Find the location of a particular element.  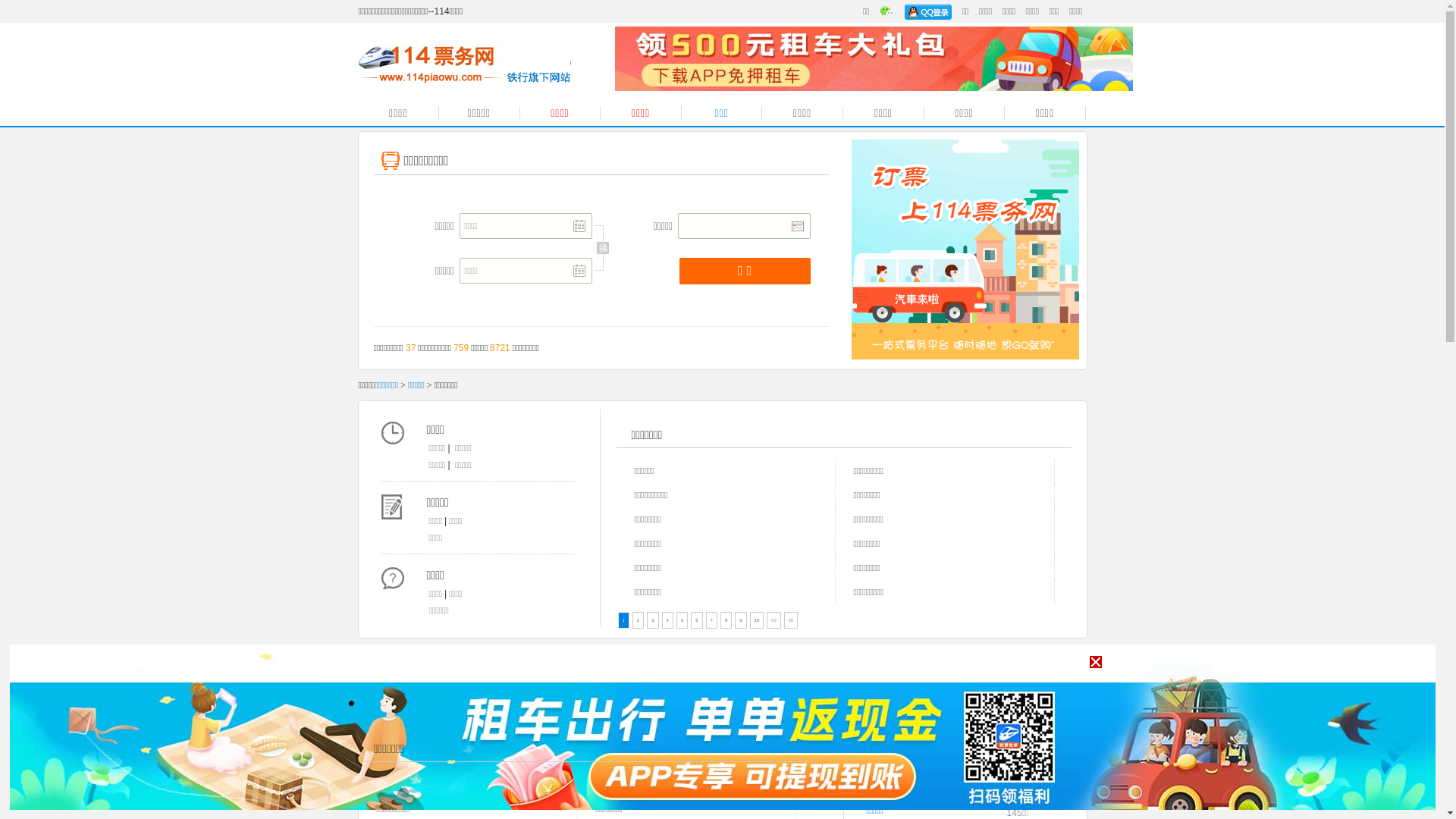

'9' is located at coordinates (740, 620).